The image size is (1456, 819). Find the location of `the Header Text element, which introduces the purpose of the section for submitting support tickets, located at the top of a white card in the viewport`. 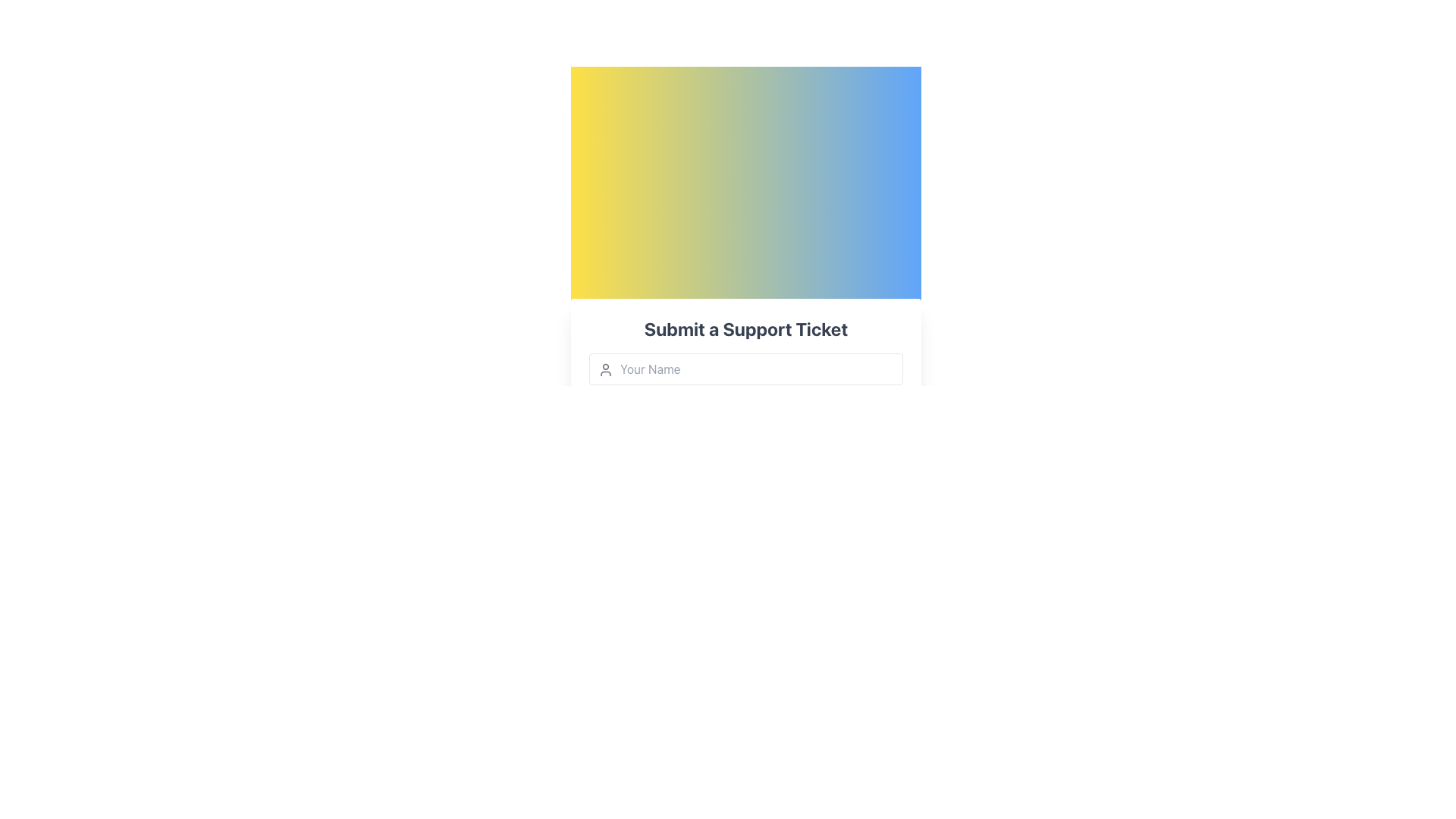

the Header Text element, which introduces the purpose of the section for submitting support tickets, located at the top of a white card in the viewport is located at coordinates (745, 328).